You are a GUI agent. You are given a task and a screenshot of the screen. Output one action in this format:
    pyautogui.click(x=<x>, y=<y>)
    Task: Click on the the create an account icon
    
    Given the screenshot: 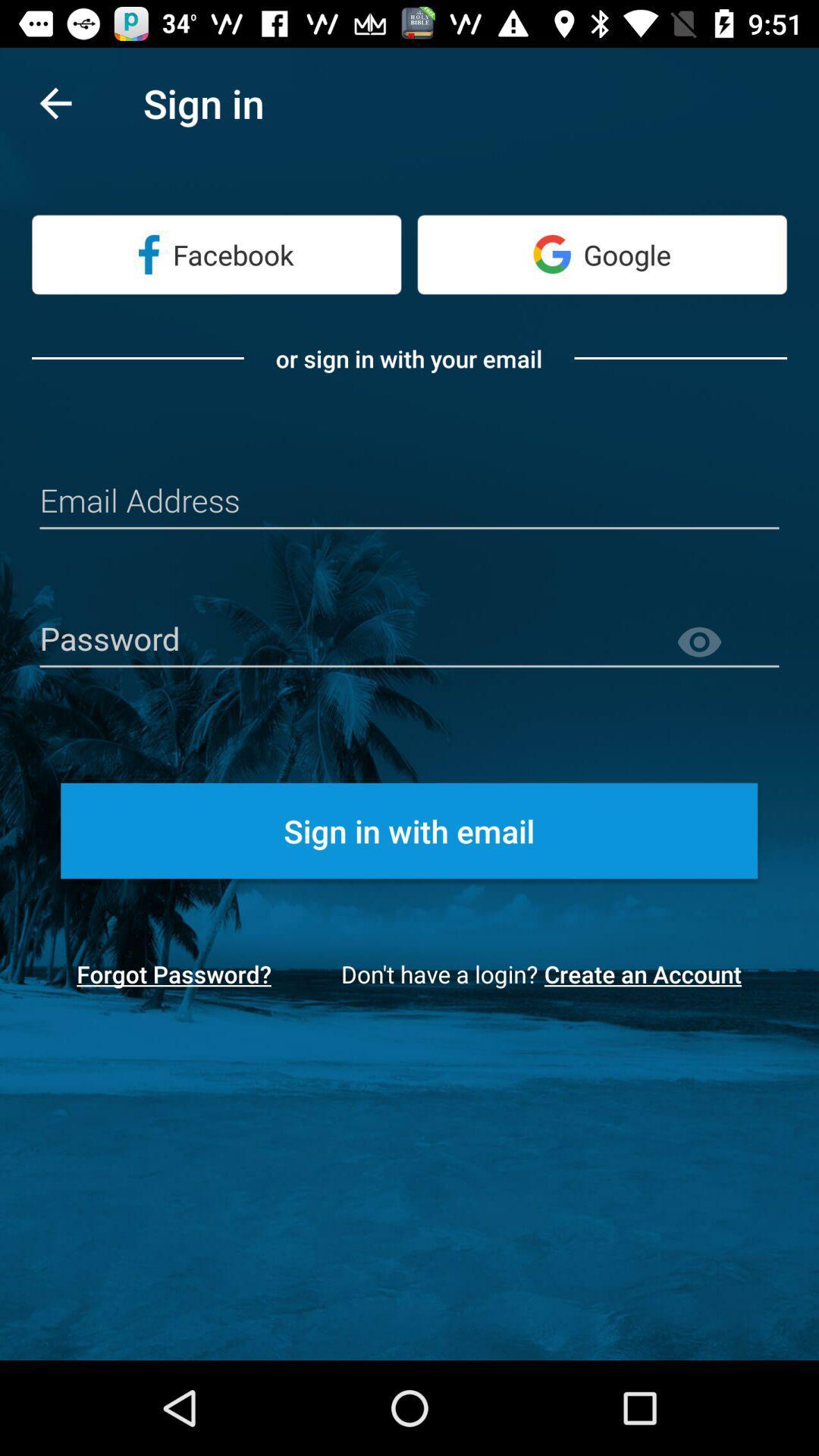 What is the action you would take?
    pyautogui.click(x=648, y=974)
    